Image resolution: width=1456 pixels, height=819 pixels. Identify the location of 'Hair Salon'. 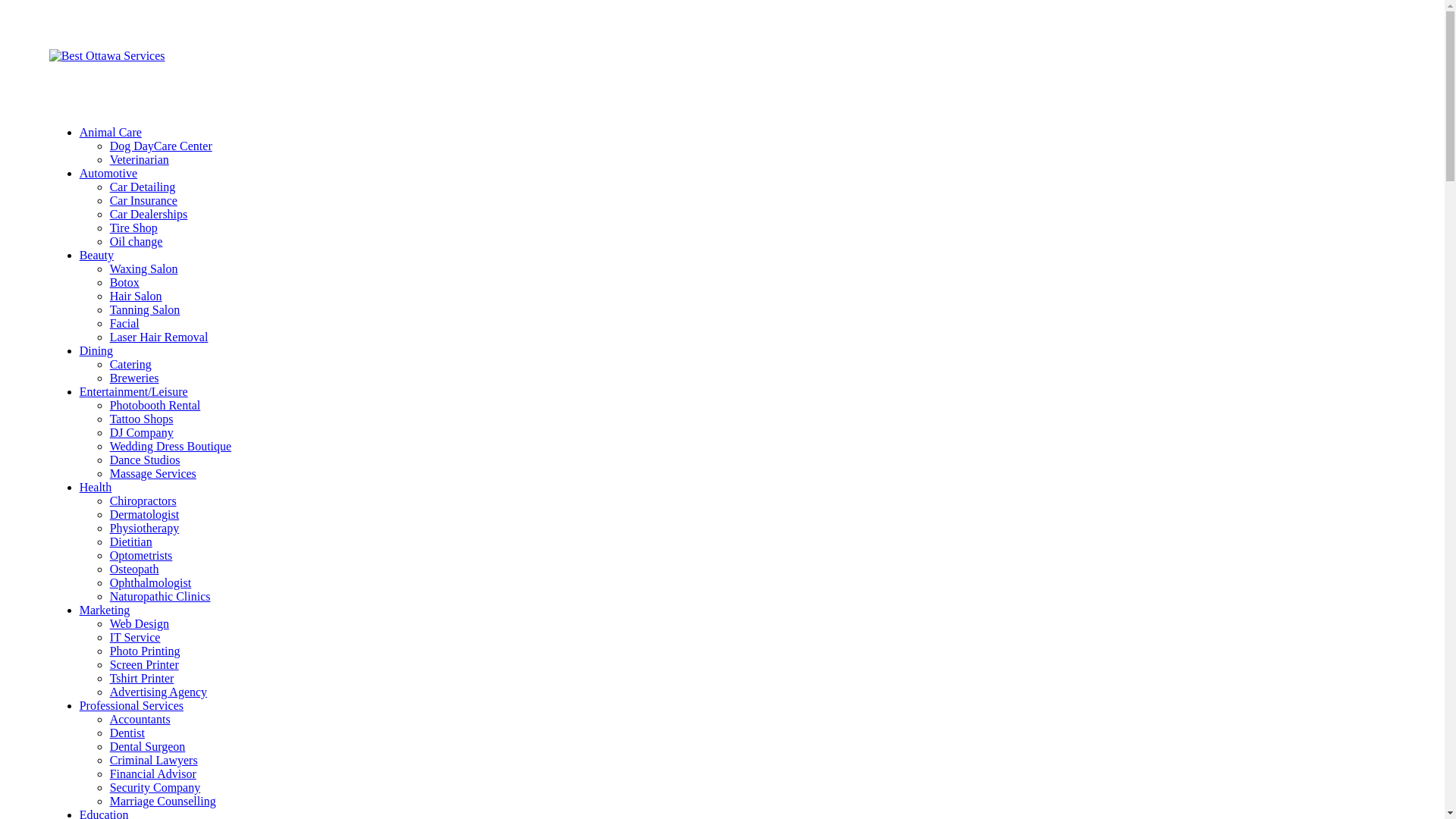
(136, 296).